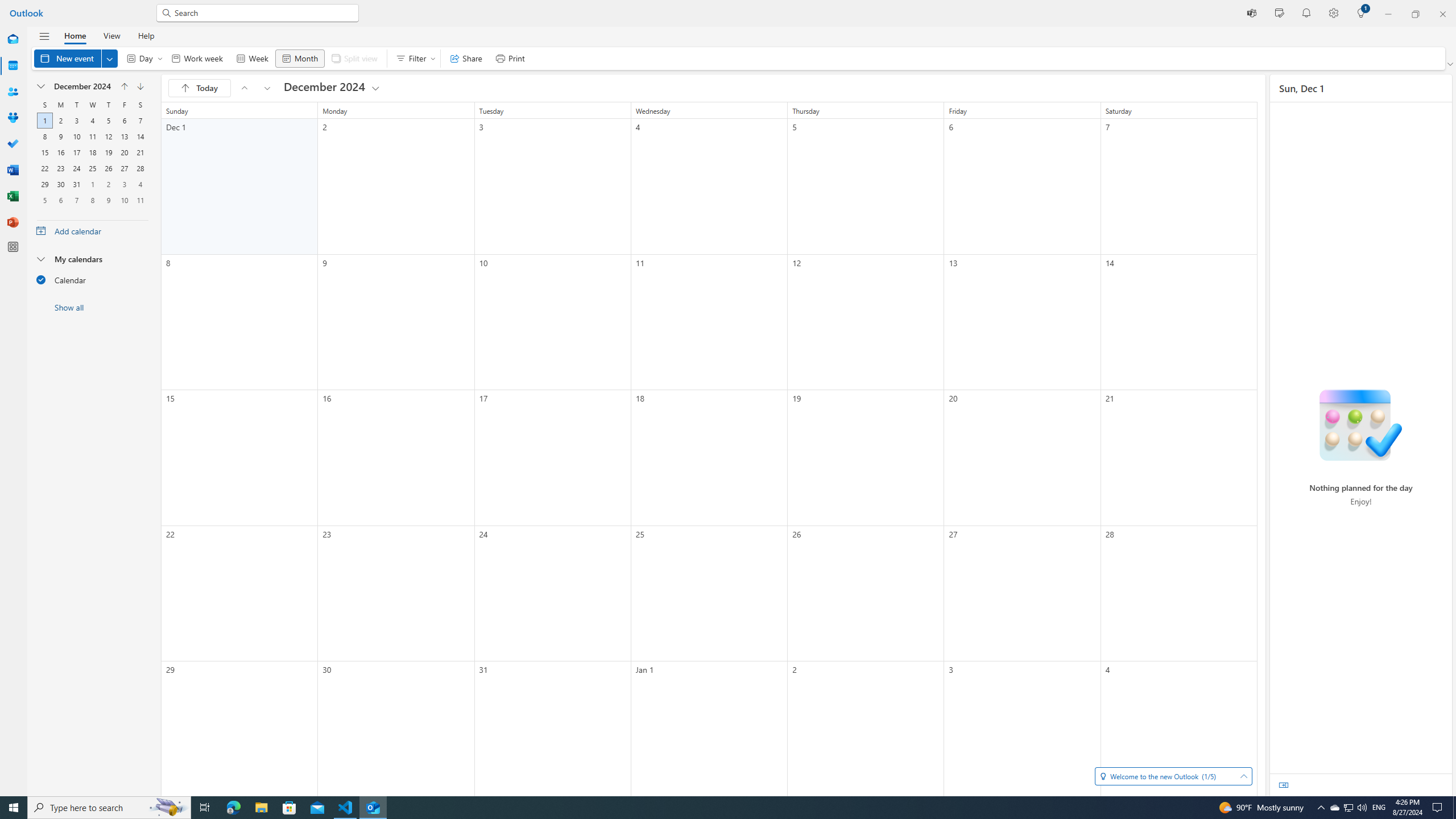 The width and height of the screenshot is (1456, 819). I want to click on 'Type here to search', so click(109, 806).